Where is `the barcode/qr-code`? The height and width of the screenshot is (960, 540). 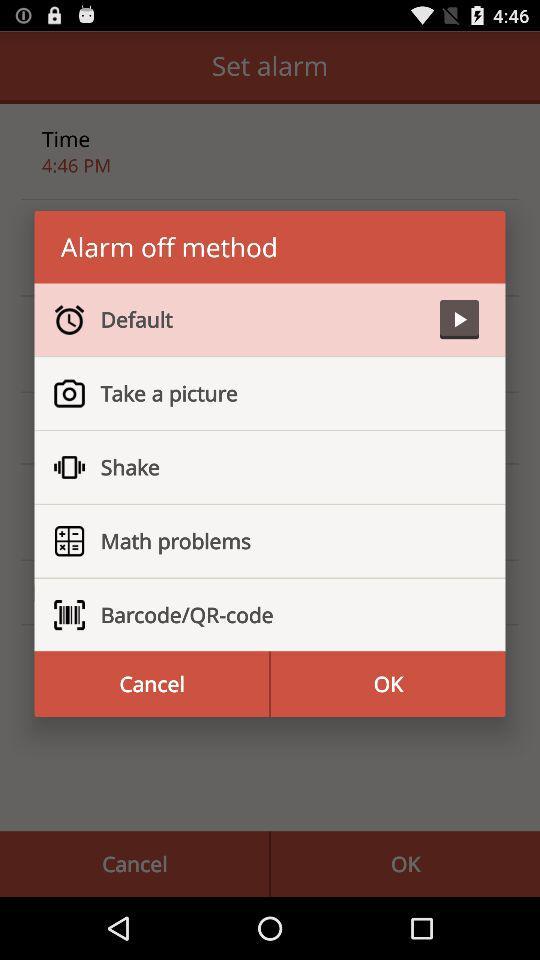 the barcode/qr-code is located at coordinates (280, 614).